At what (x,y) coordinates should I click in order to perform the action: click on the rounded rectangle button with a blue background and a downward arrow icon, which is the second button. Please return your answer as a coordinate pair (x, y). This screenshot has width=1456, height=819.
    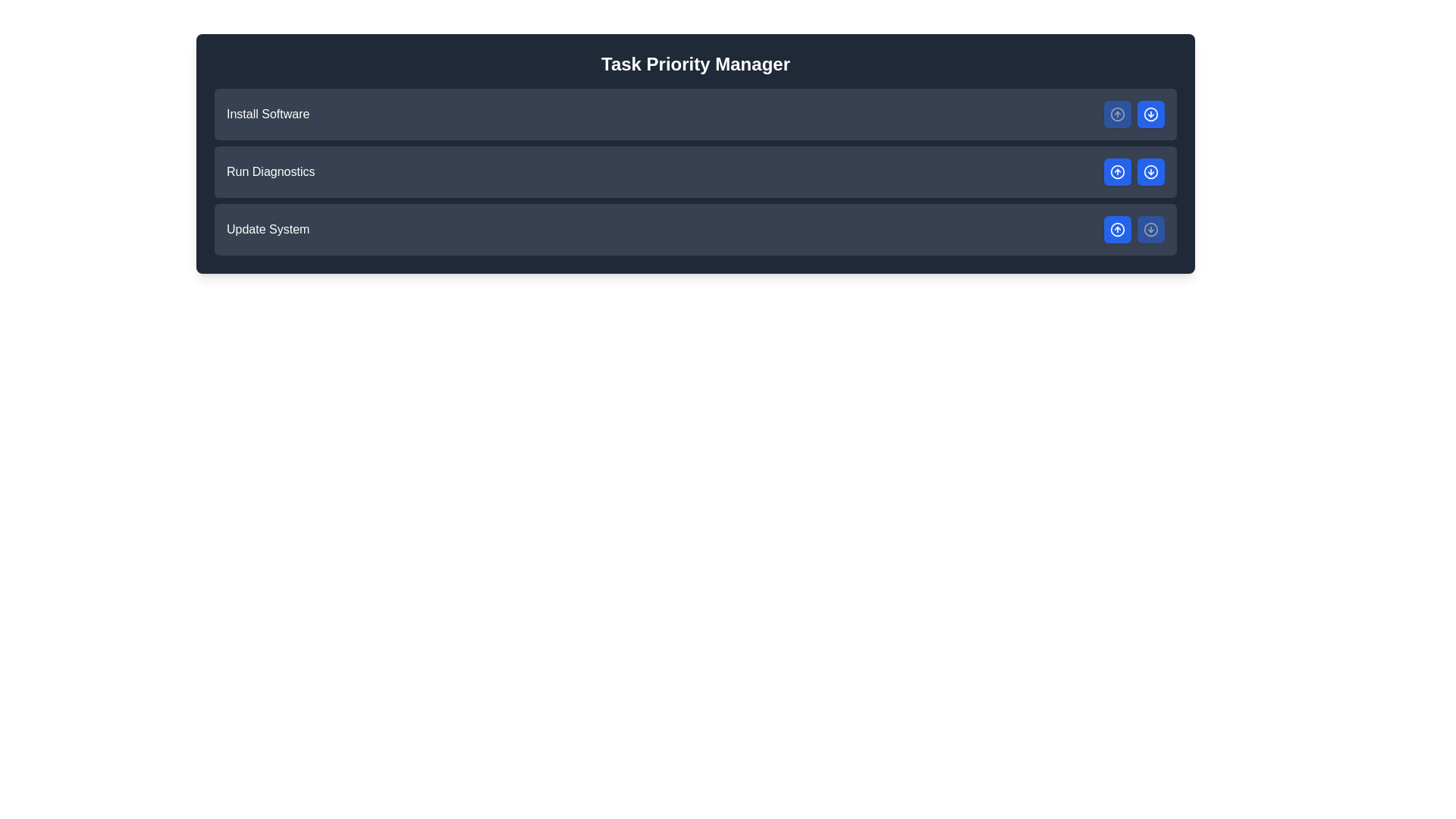
    Looking at the image, I should click on (1150, 171).